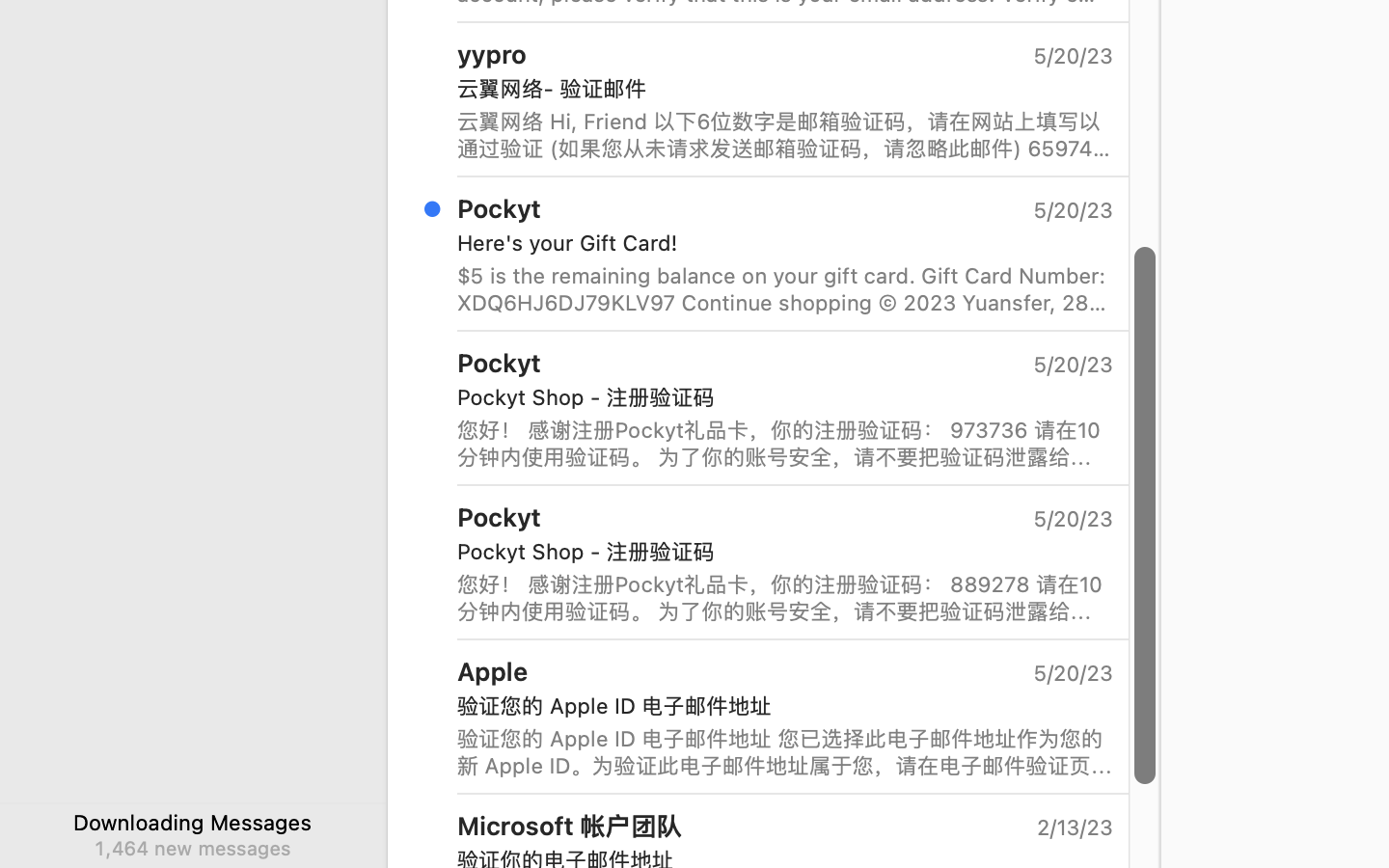  I want to click on '1,464 new messages', so click(192, 848).